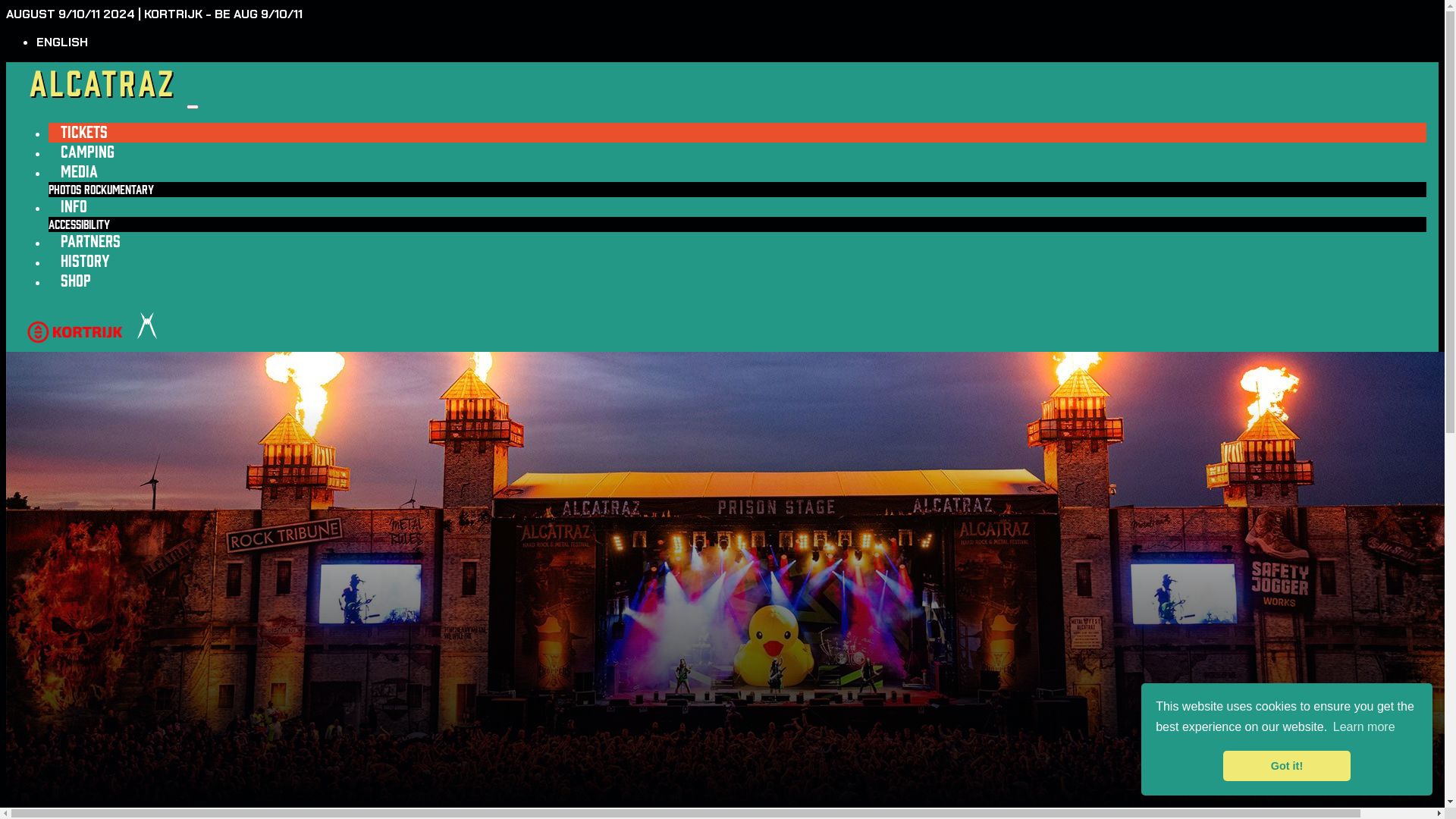 This screenshot has height=819, width=1456. I want to click on 'ROCKUMENTARY', so click(118, 189).